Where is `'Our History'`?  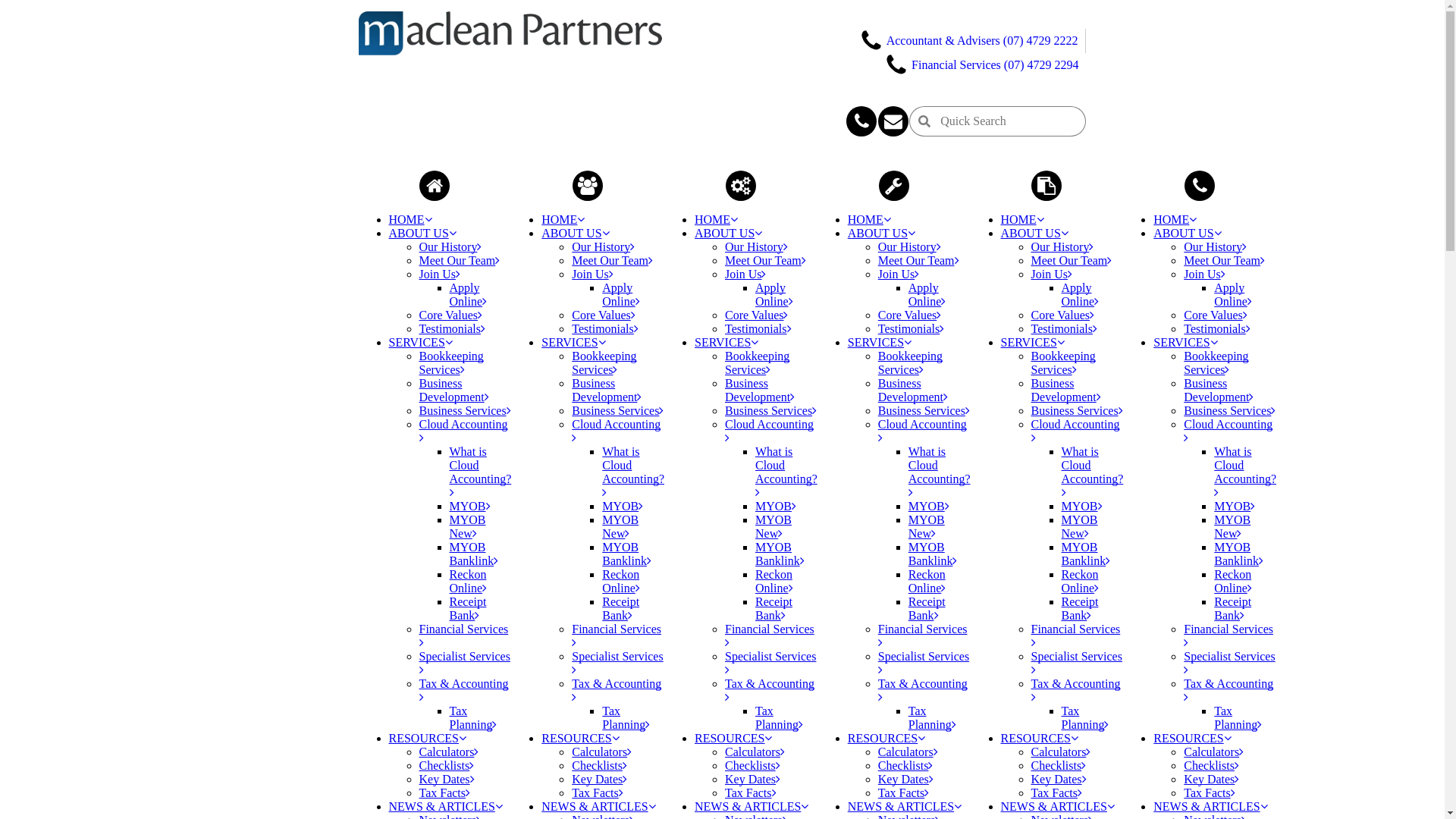 'Our History' is located at coordinates (909, 246).